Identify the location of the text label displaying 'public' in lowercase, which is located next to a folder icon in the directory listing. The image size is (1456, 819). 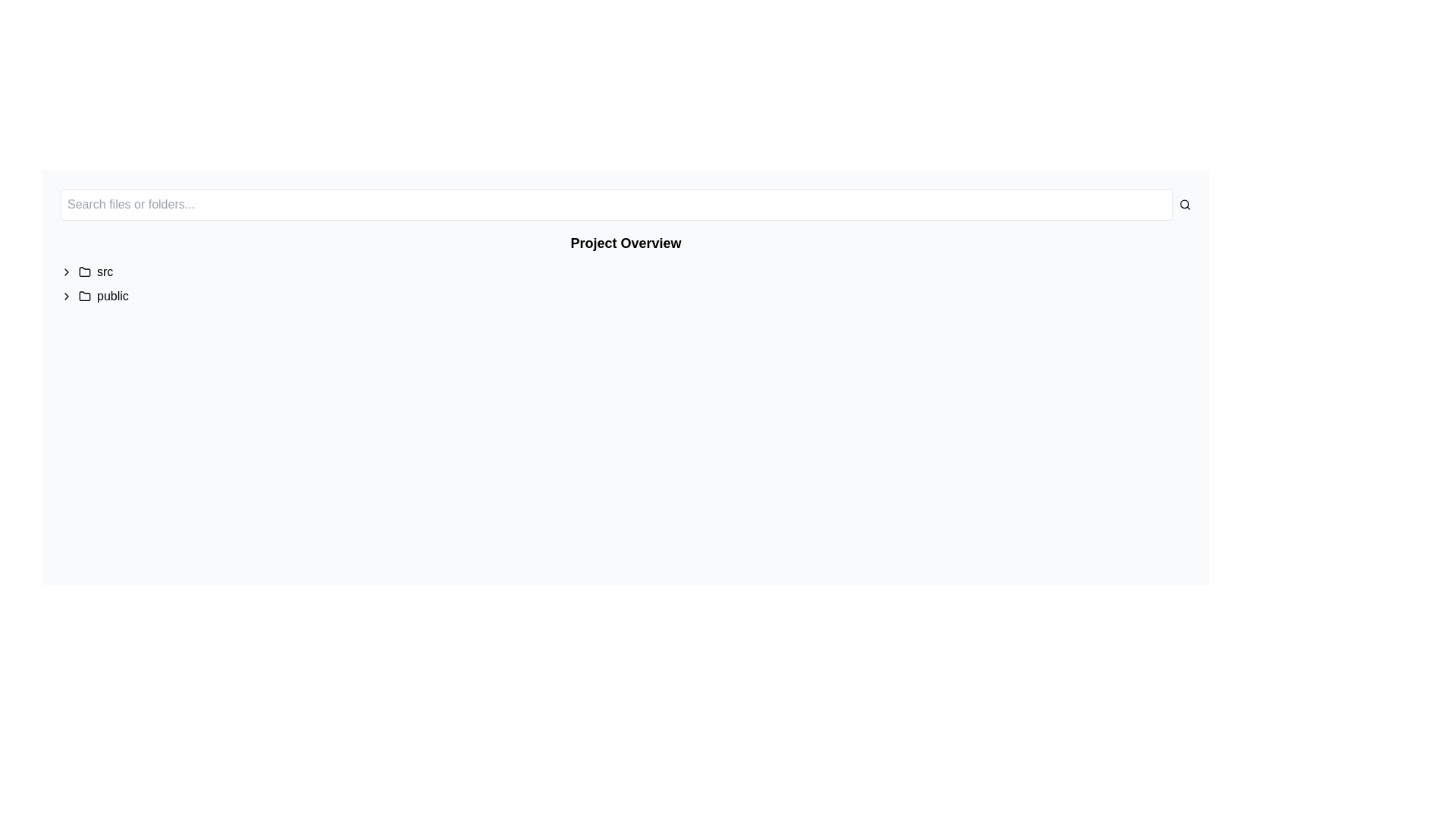
(111, 296).